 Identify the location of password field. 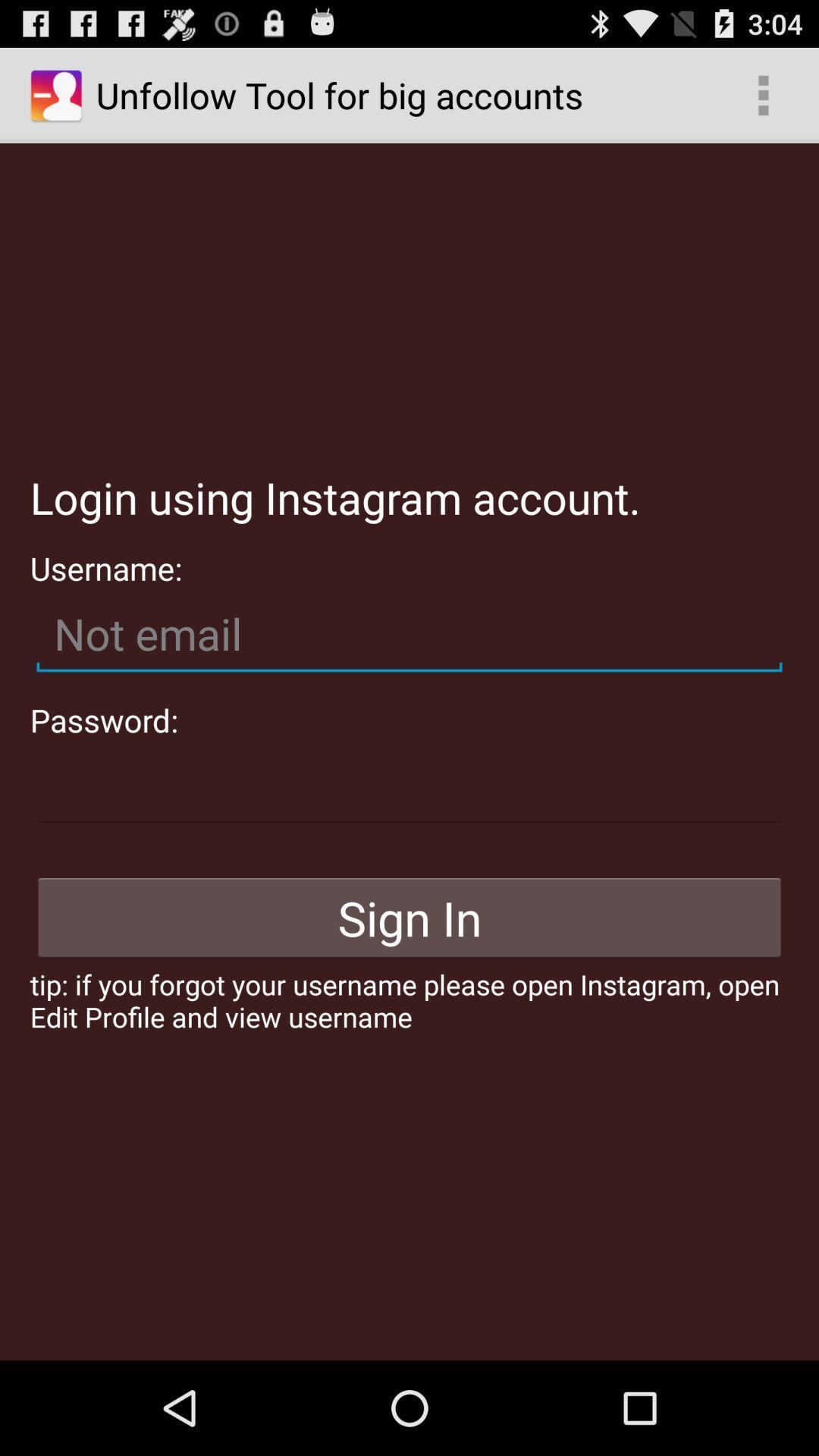
(409, 786).